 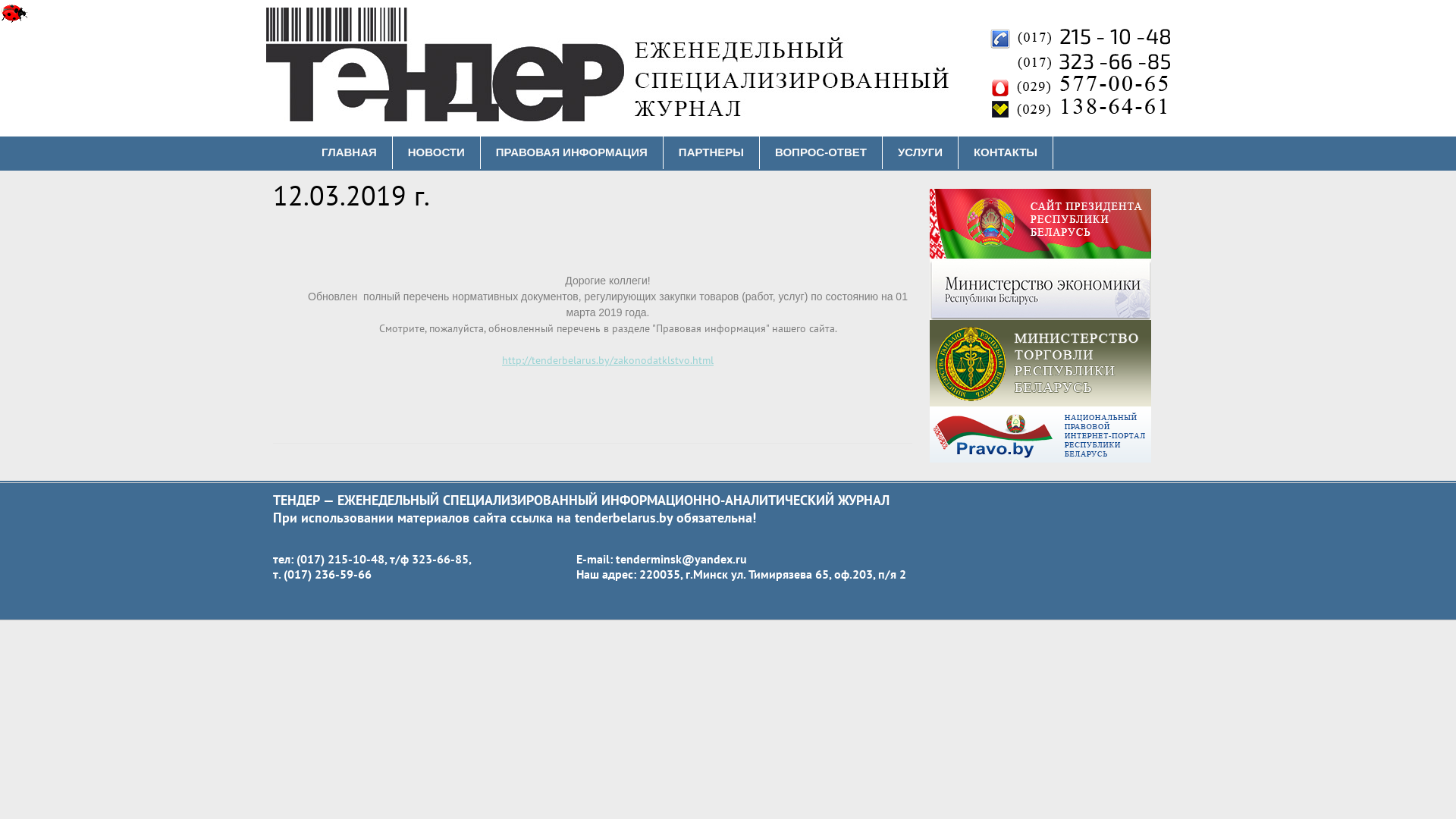 I want to click on 'http://tenderbelarus.by/zakonodatklstvo.html', so click(x=607, y=359).